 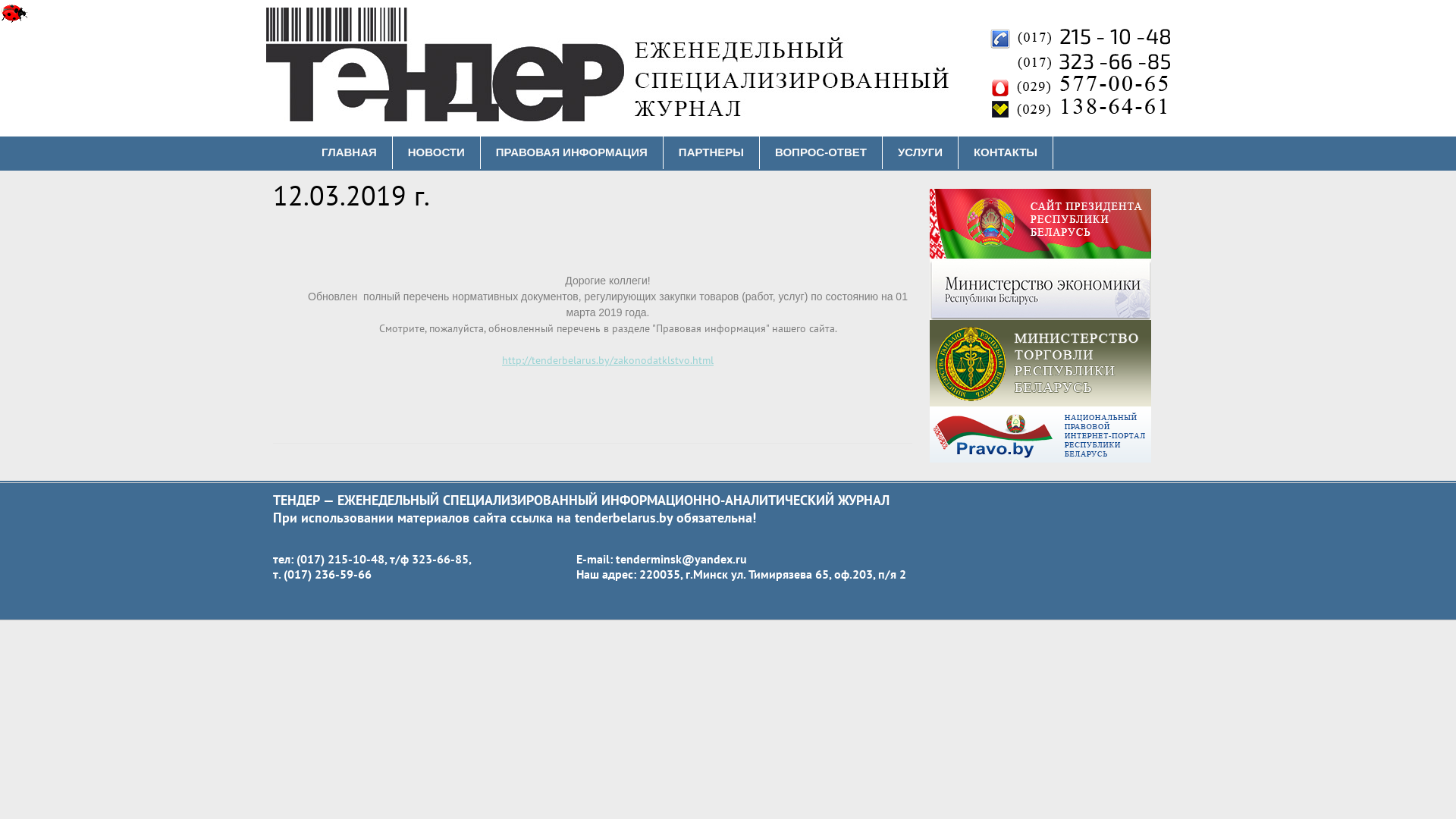 I want to click on 'http://tenderbelarus.by/zakonodatklstvo.html', so click(x=607, y=359).